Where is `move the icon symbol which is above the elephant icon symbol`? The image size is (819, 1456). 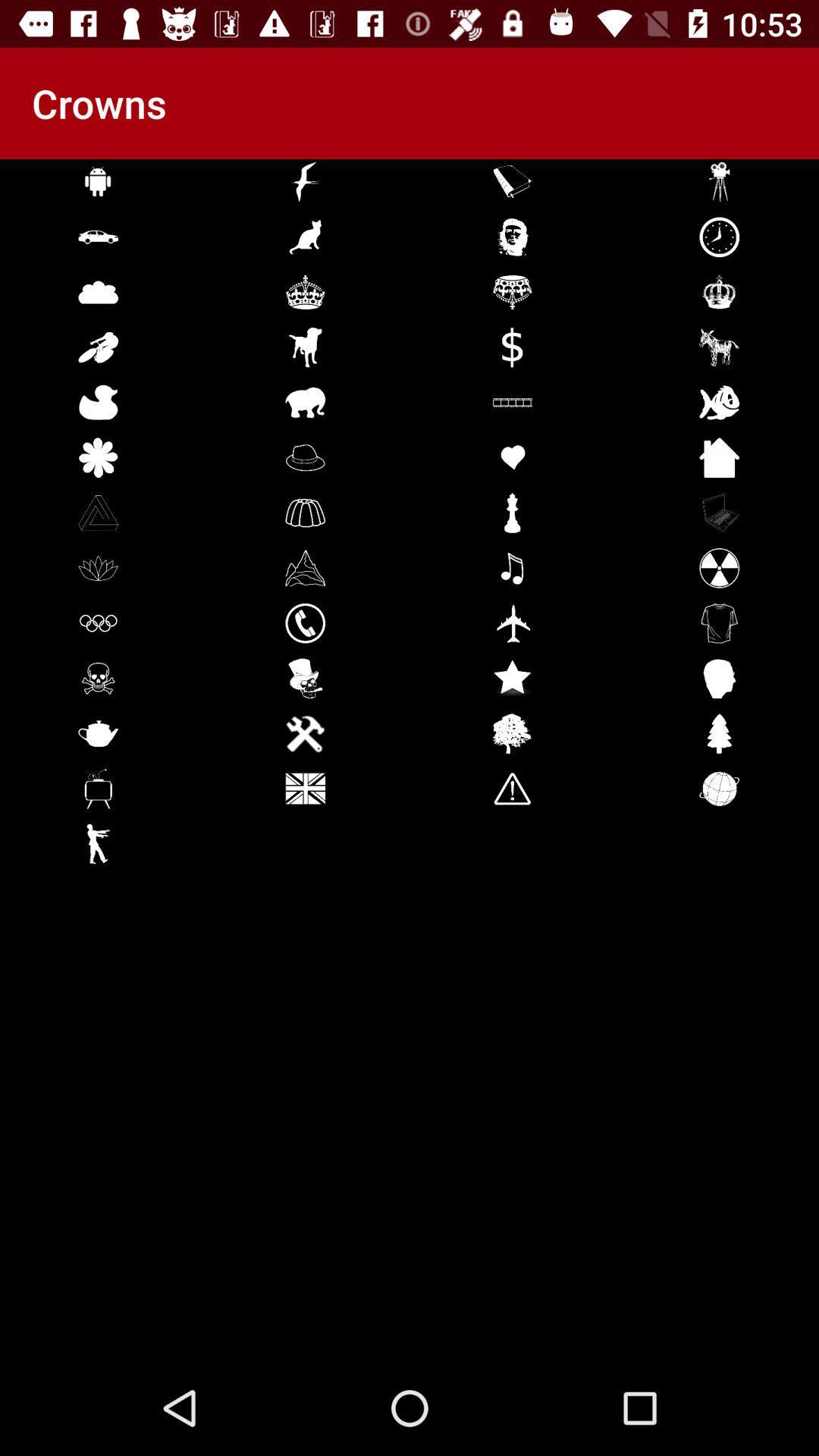
move the icon symbol which is above the elephant icon symbol is located at coordinates (305, 346).